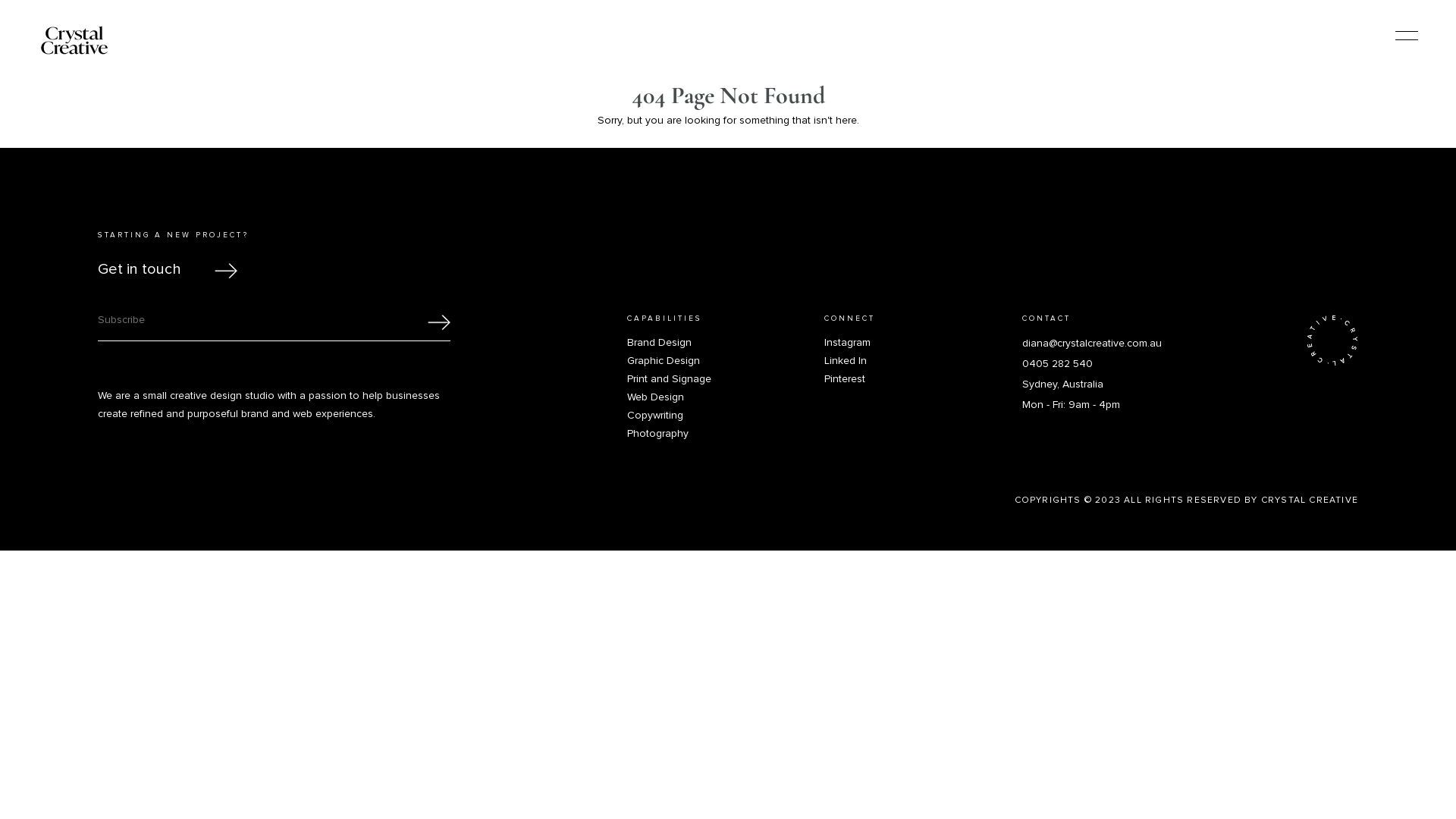  Describe the element at coordinates (922, 360) in the screenshot. I see `'Linked In'` at that location.